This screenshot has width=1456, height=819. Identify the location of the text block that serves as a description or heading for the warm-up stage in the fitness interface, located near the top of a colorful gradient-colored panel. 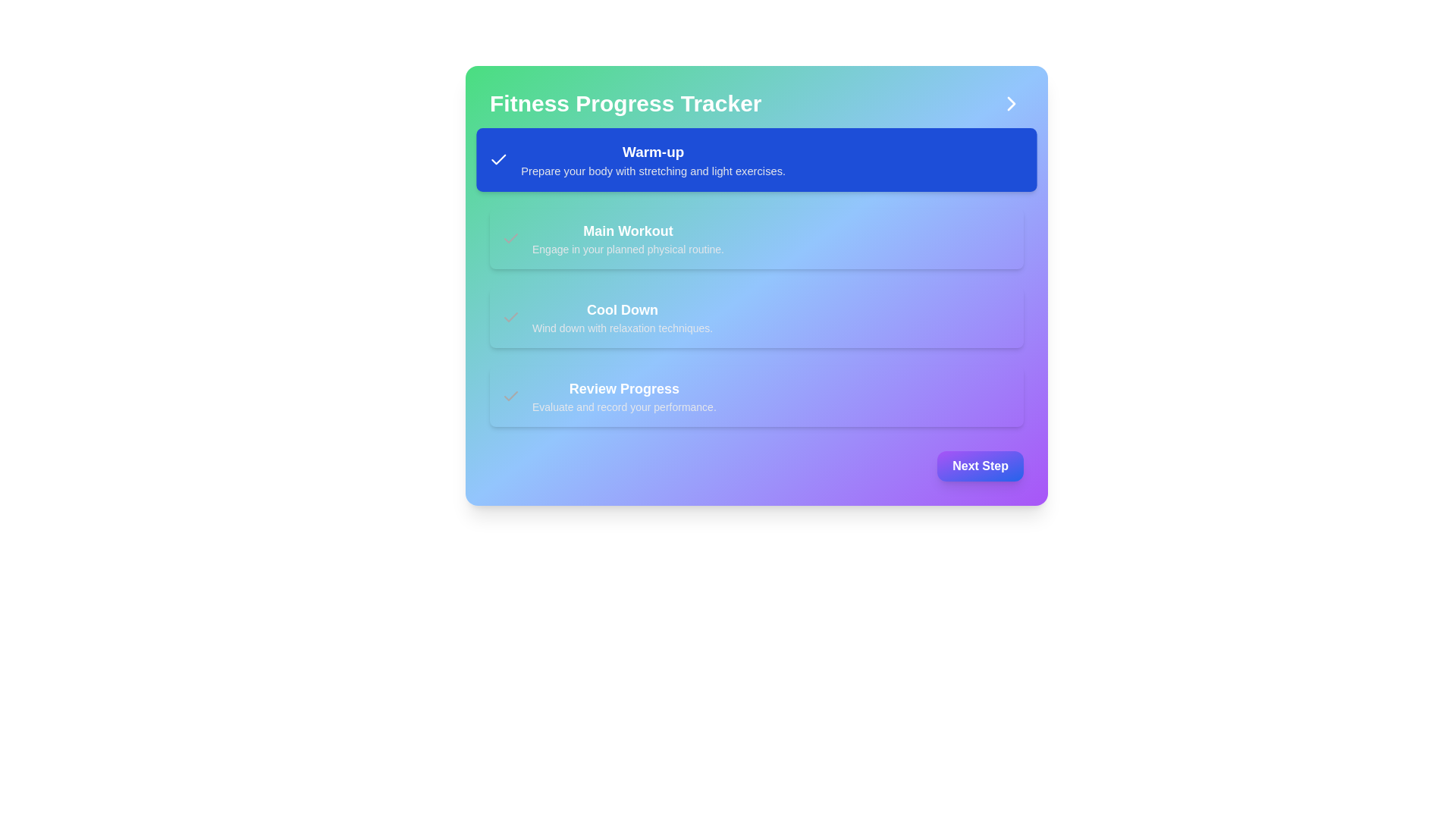
(653, 160).